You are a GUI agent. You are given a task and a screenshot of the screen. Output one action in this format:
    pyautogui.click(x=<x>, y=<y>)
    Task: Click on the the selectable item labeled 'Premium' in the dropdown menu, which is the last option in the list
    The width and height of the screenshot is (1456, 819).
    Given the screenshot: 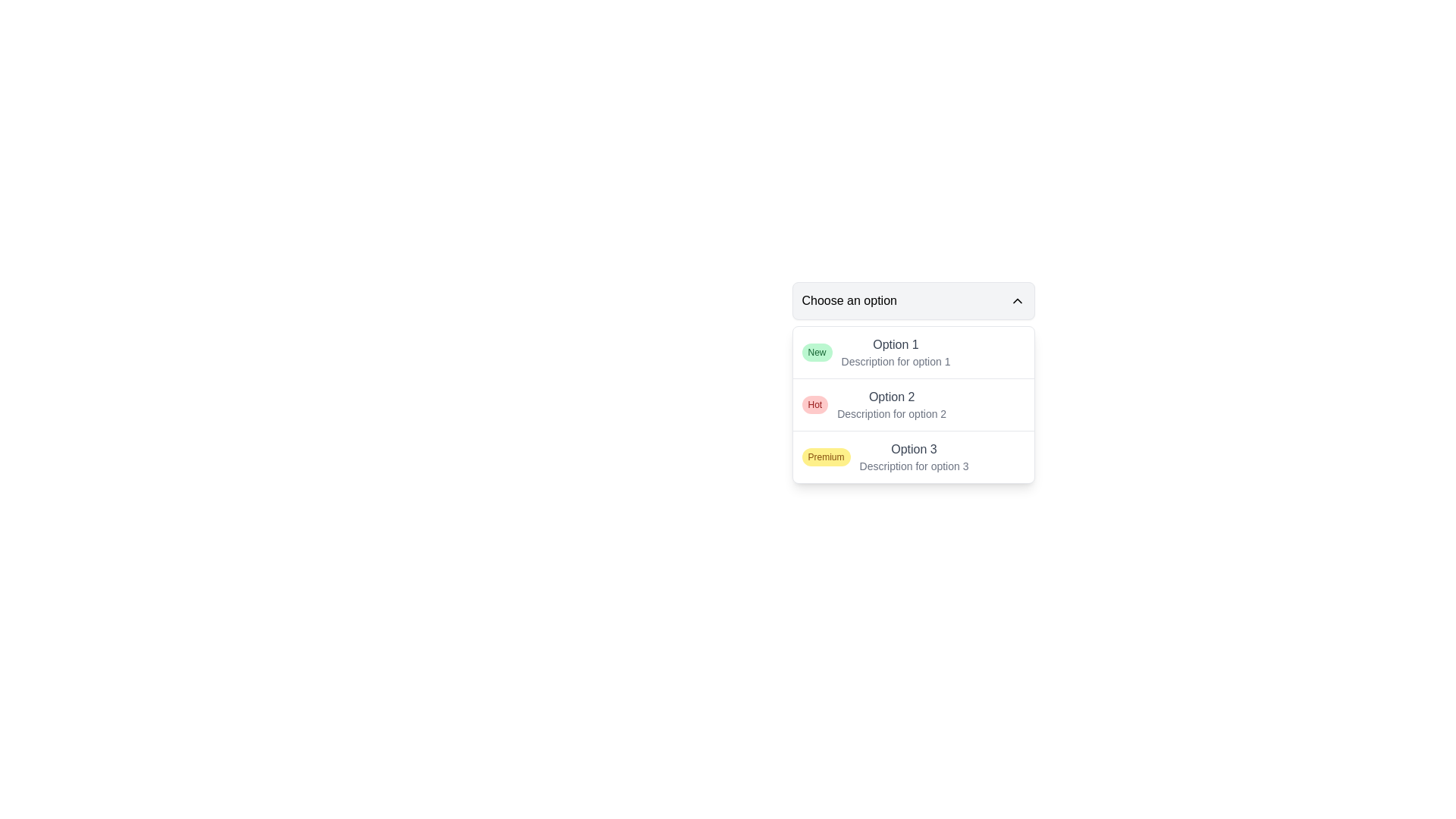 What is the action you would take?
    pyautogui.click(x=912, y=456)
    